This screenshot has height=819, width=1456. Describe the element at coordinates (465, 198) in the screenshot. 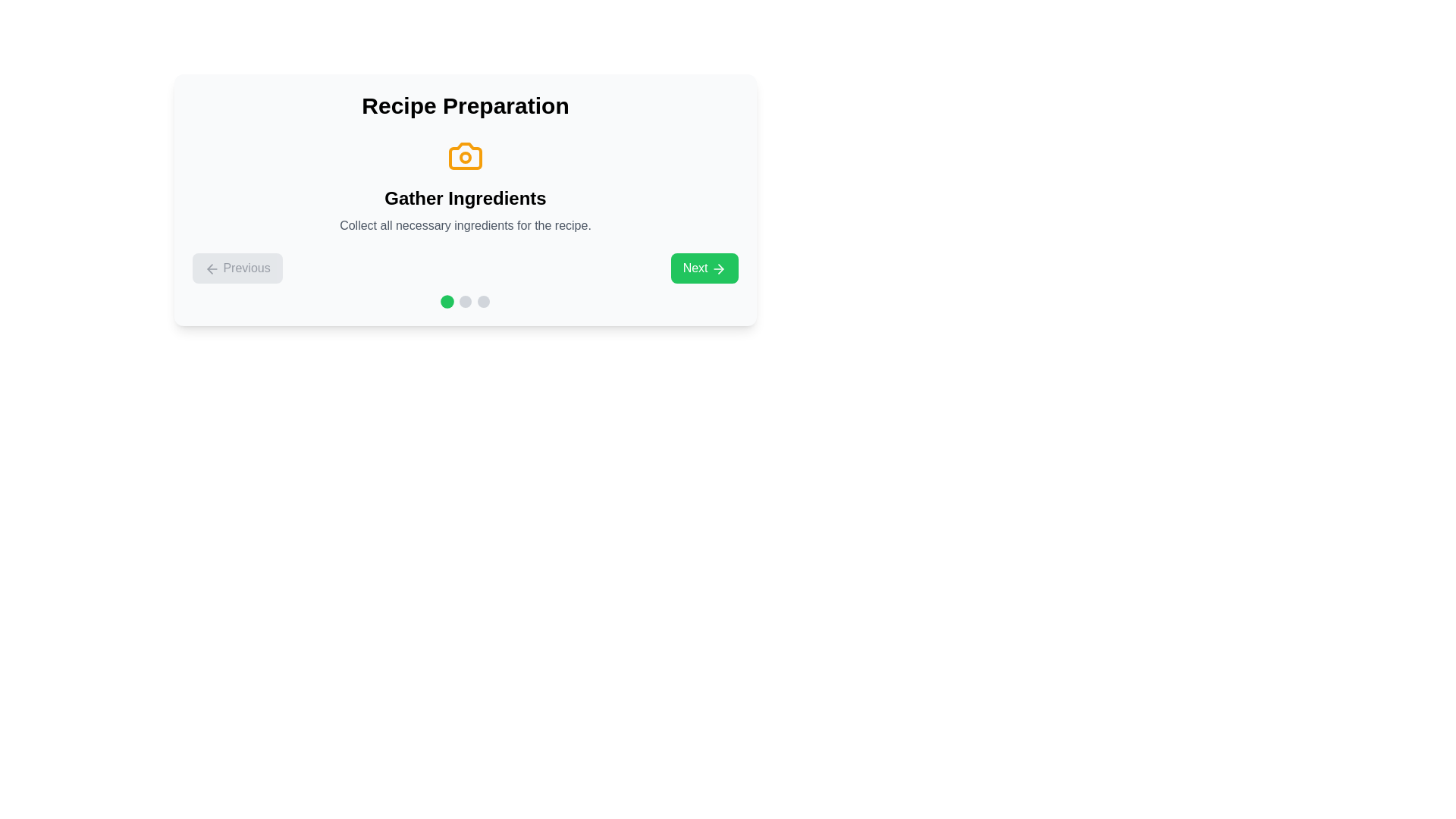

I see `the text label displaying 'Gather Ingredients' which is centrally aligned and located below a camera icon` at that location.